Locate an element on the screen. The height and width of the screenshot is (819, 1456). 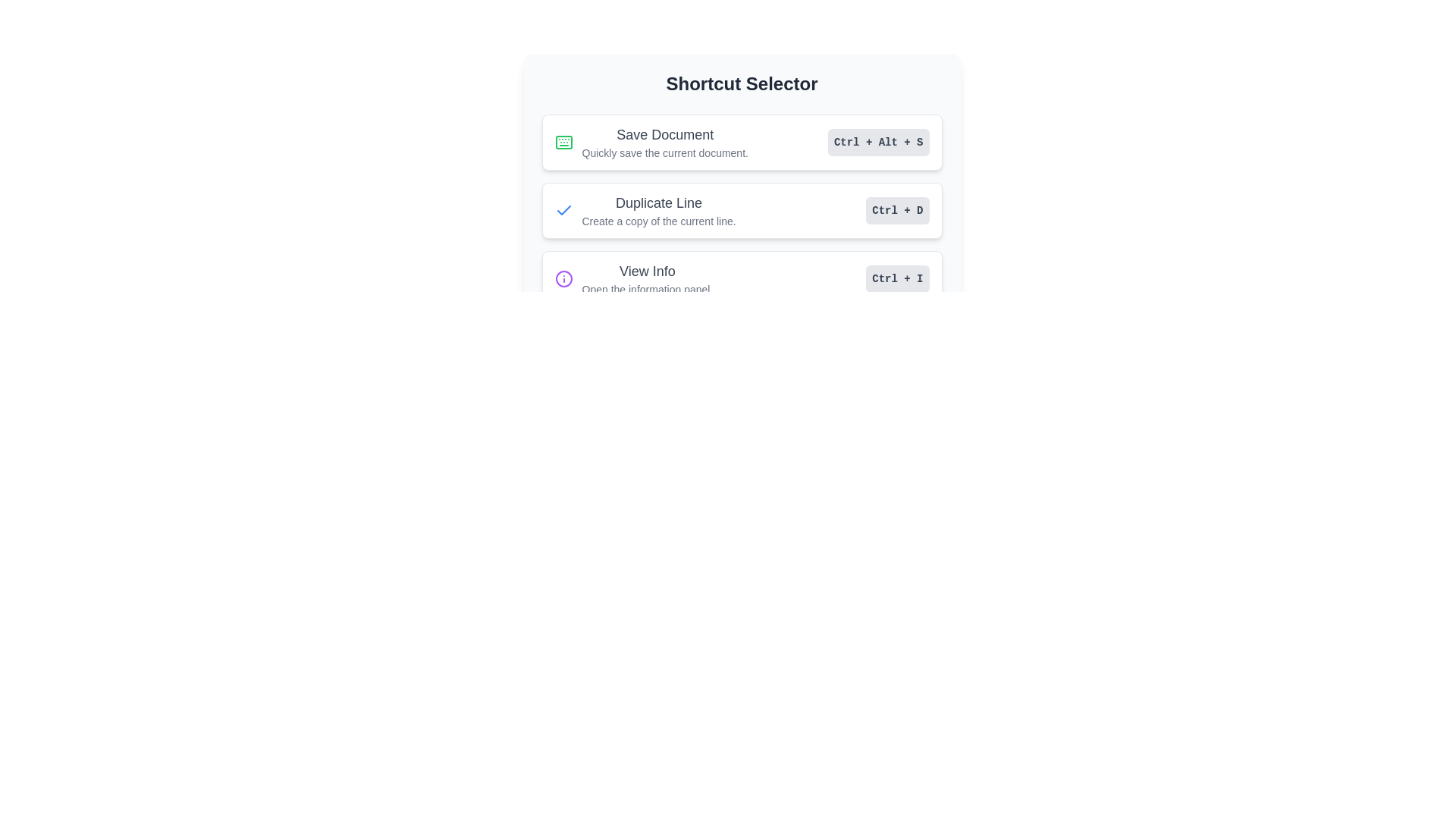
the icon representing the 'View Info' functionality, which is located to the left of the text 'View Info' and 'Open the information panel.' in the third row of the list is located at coordinates (563, 278).